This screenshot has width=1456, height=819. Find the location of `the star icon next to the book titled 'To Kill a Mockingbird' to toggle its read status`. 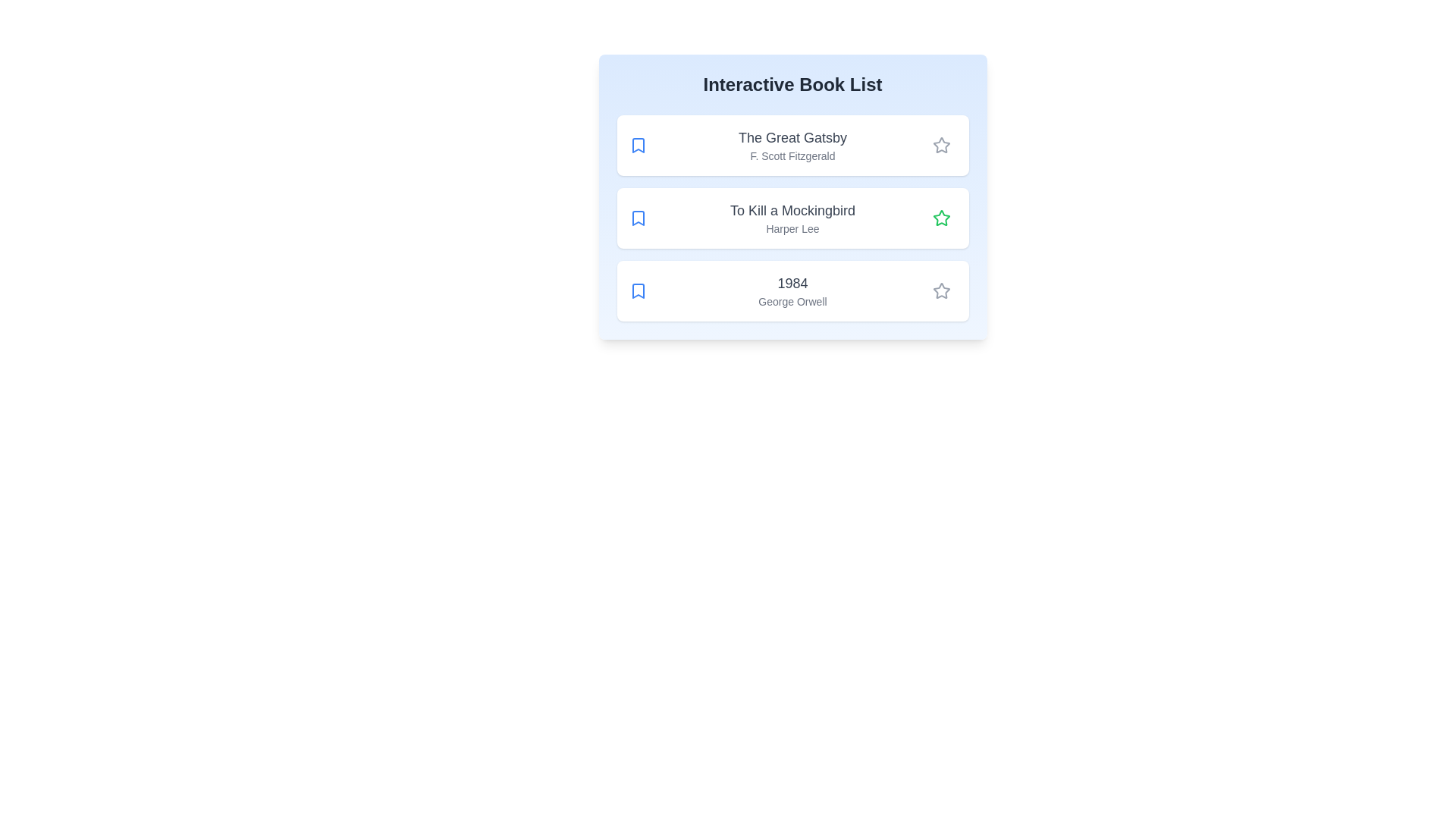

the star icon next to the book titled 'To Kill a Mockingbird' to toggle its read status is located at coordinates (940, 218).